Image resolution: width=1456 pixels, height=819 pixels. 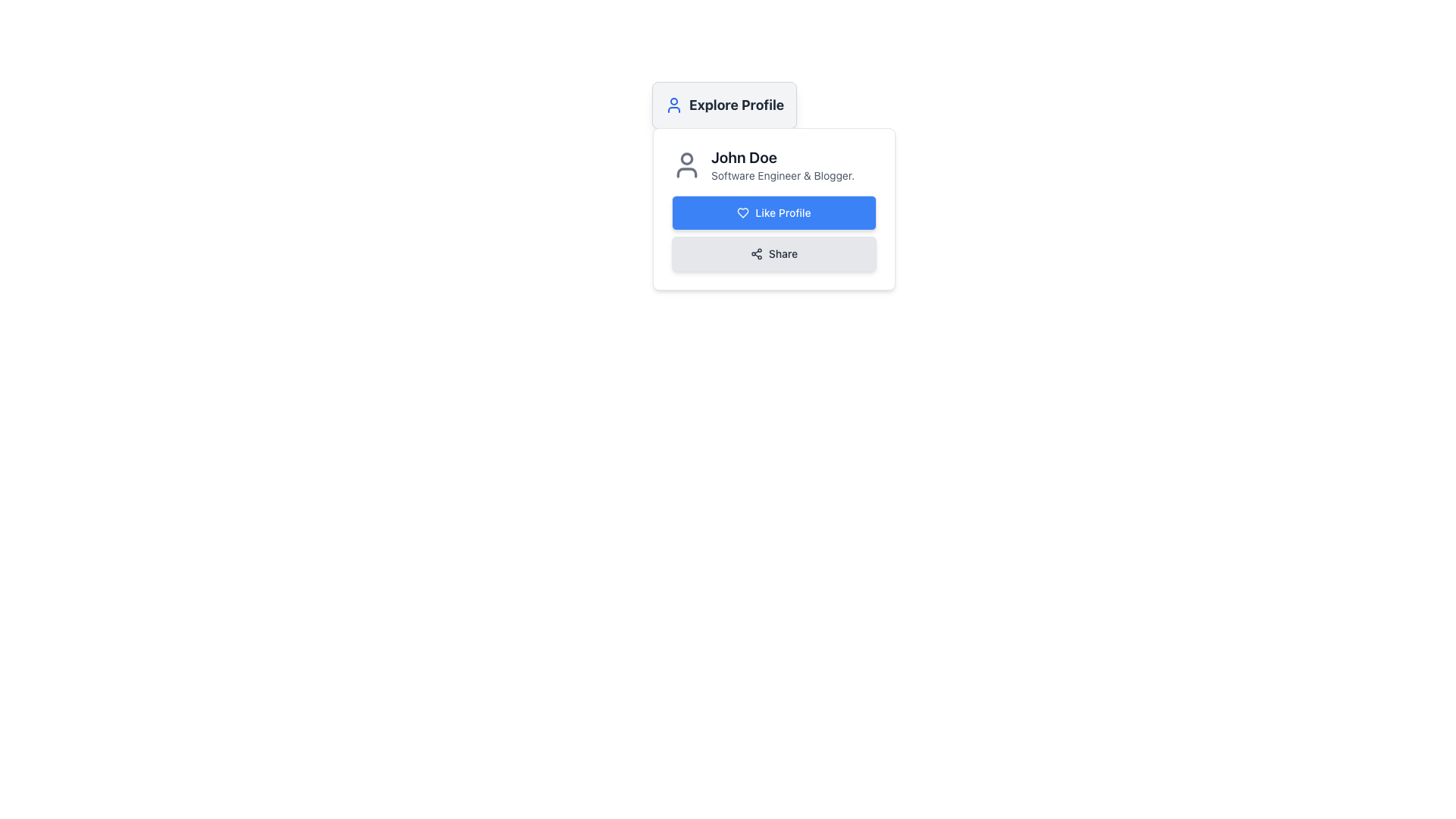 I want to click on the blue outline person icon to the left of the 'Explore Profile' text, so click(x=673, y=104).